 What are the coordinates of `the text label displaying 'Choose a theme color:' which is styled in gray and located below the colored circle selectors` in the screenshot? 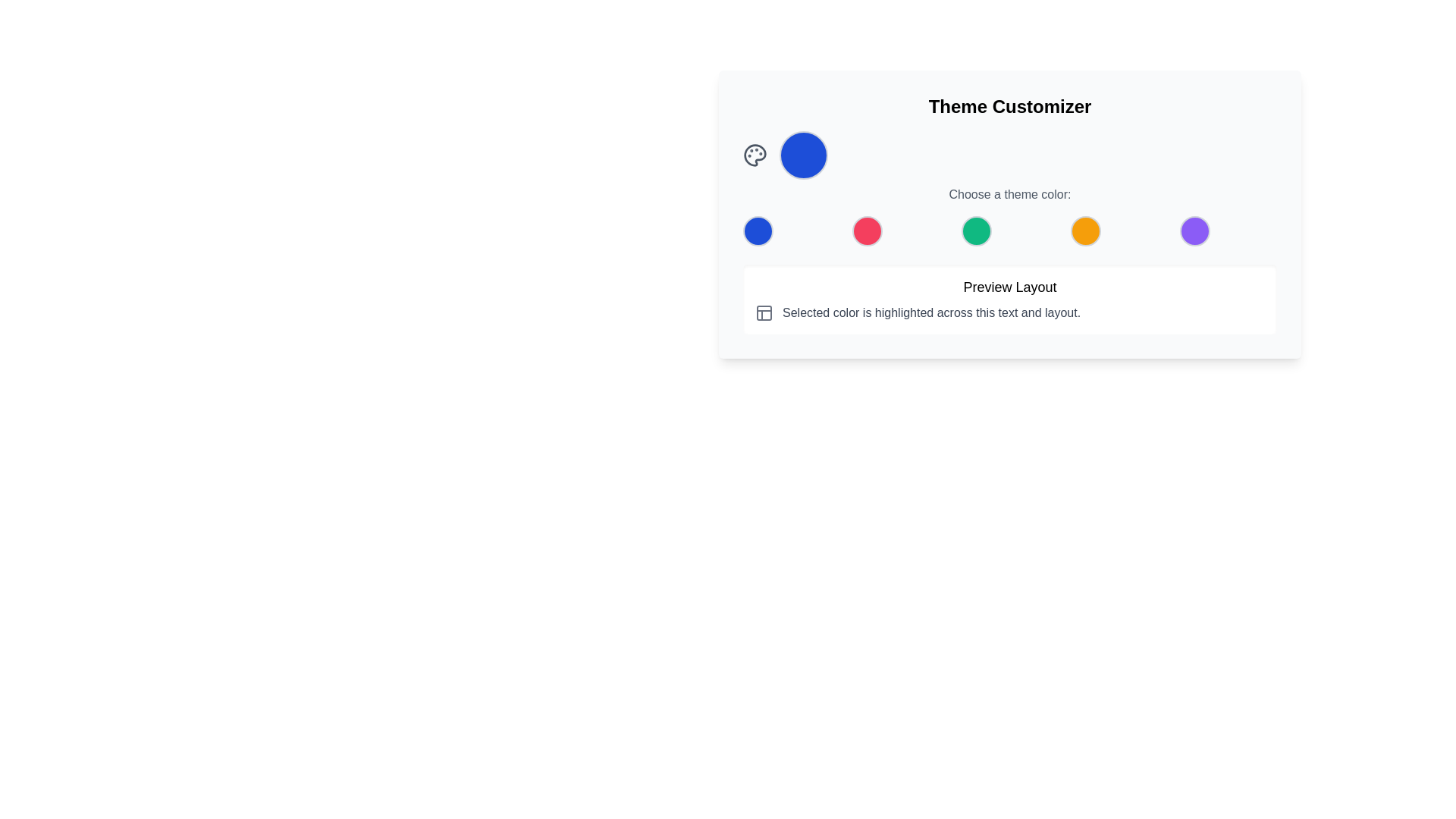 It's located at (1009, 194).